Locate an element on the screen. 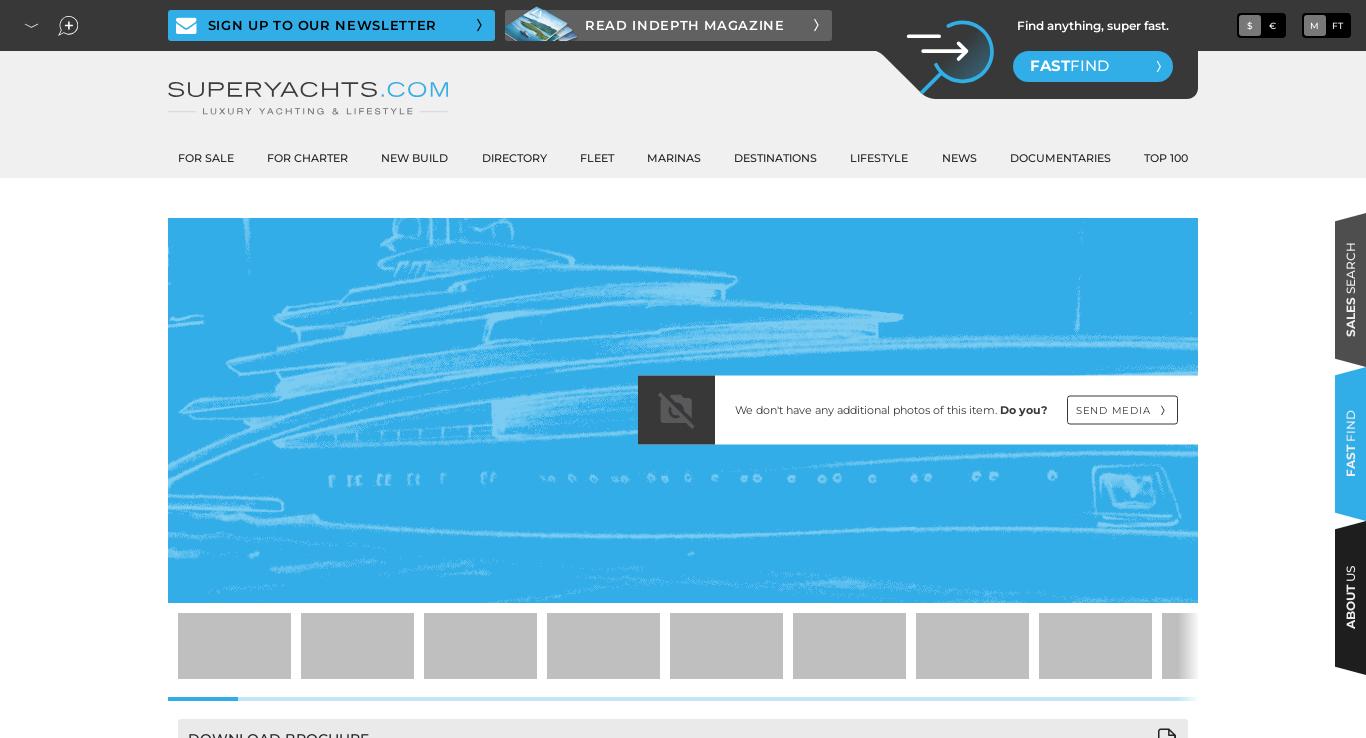 The image size is (1366, 738). 'Interviews' is located at coordinates (1143, 149).